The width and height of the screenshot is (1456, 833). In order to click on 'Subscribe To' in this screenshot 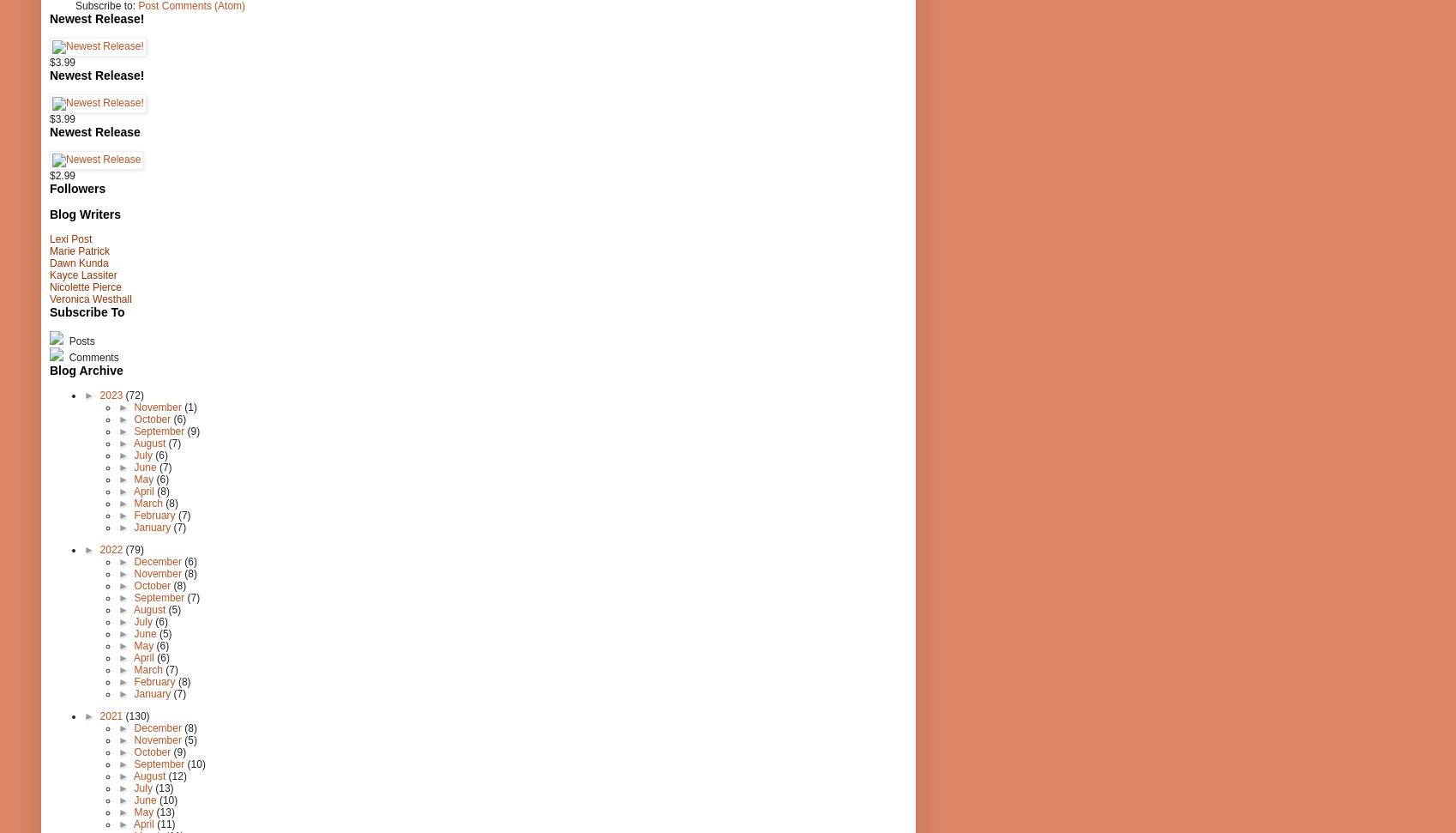, I will do `click(86, 312)`.